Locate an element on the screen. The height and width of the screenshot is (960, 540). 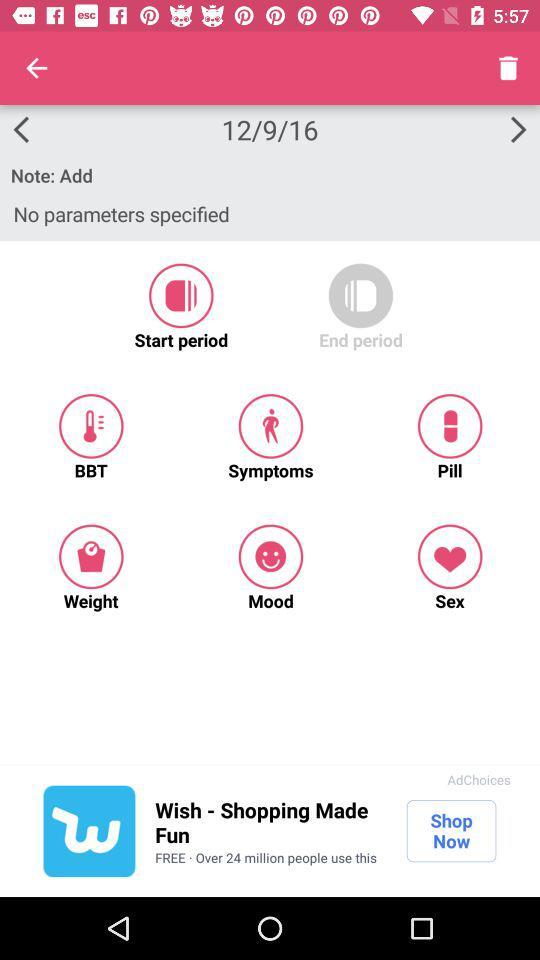
the icon below 12/9/16 item is located at coordinates (270, 174).